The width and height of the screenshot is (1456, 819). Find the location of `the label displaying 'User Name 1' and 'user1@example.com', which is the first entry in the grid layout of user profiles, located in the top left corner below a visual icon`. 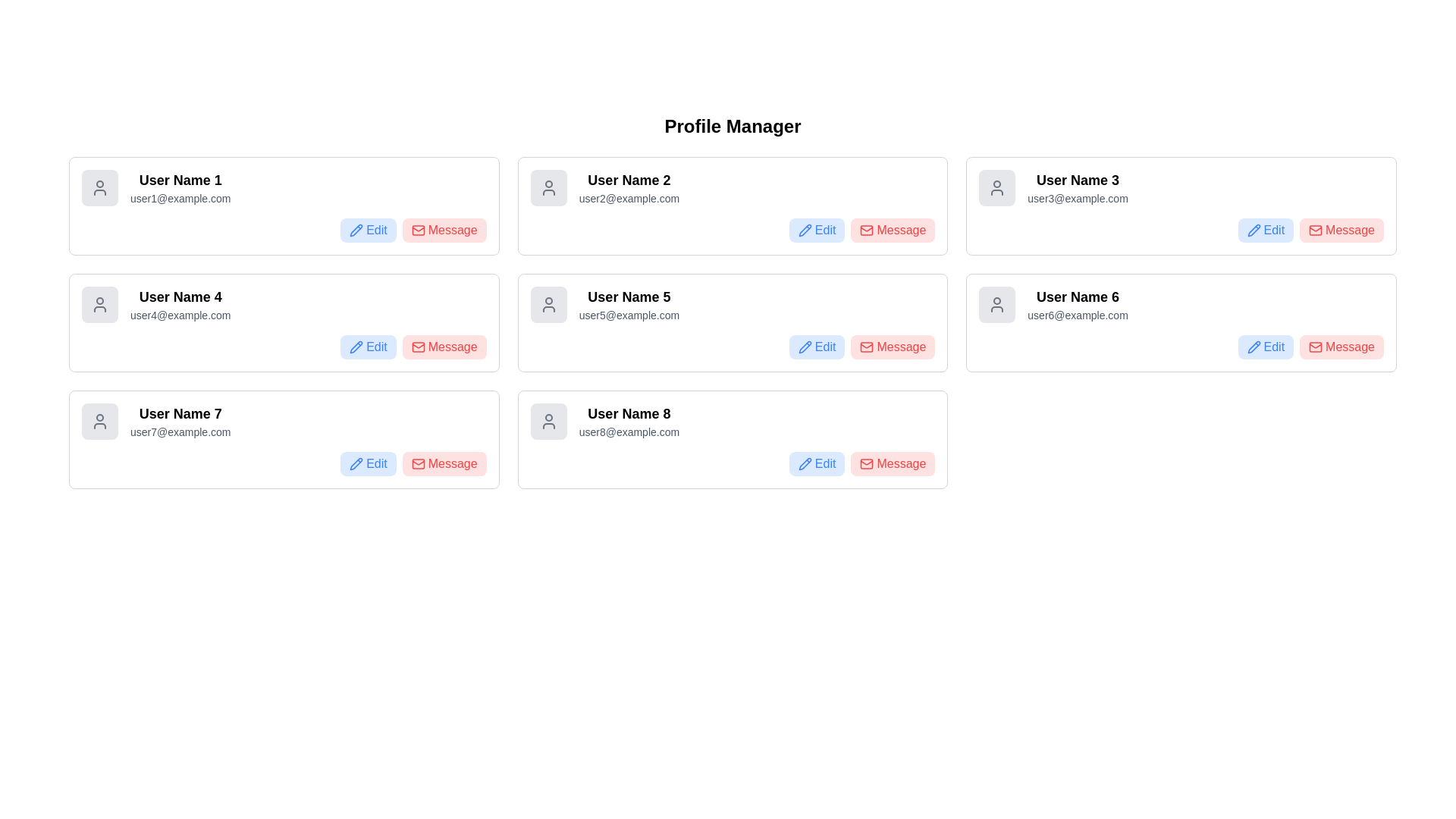

the label displaying 'User Name 1' and 'user1@example.com', which is the first entry in the grid layout of user profiles, located in the top left corner below a visual icon is located at coordinates (180, 187).